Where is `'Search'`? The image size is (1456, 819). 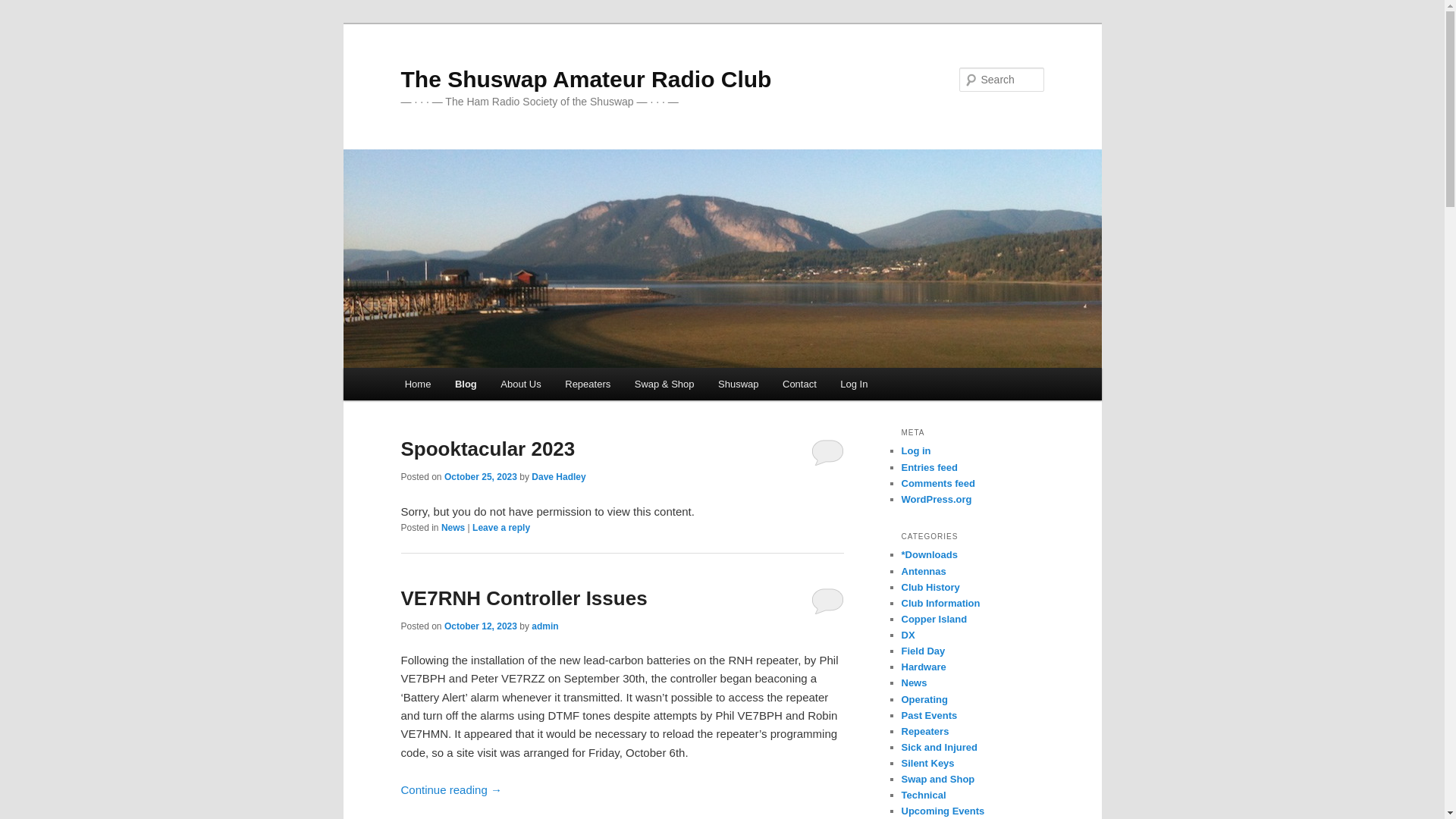
'Search' is located at coordinates (24, 8).